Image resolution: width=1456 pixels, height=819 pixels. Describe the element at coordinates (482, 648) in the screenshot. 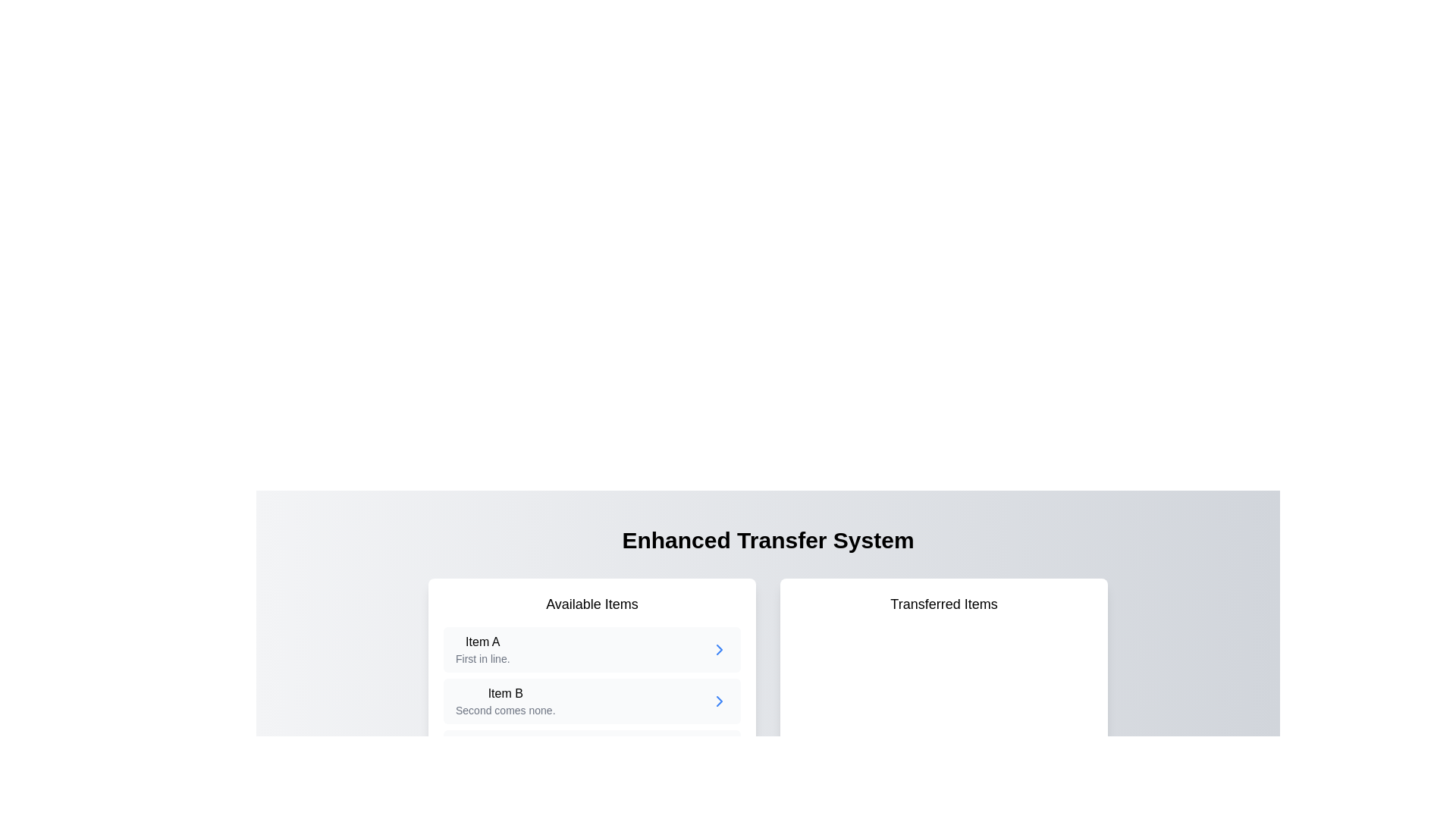

I see `the label displaying 'Item A' in bold with the description 'First in line.' in gray, located in the 'Available Items' section as the first item in the list` at that location.